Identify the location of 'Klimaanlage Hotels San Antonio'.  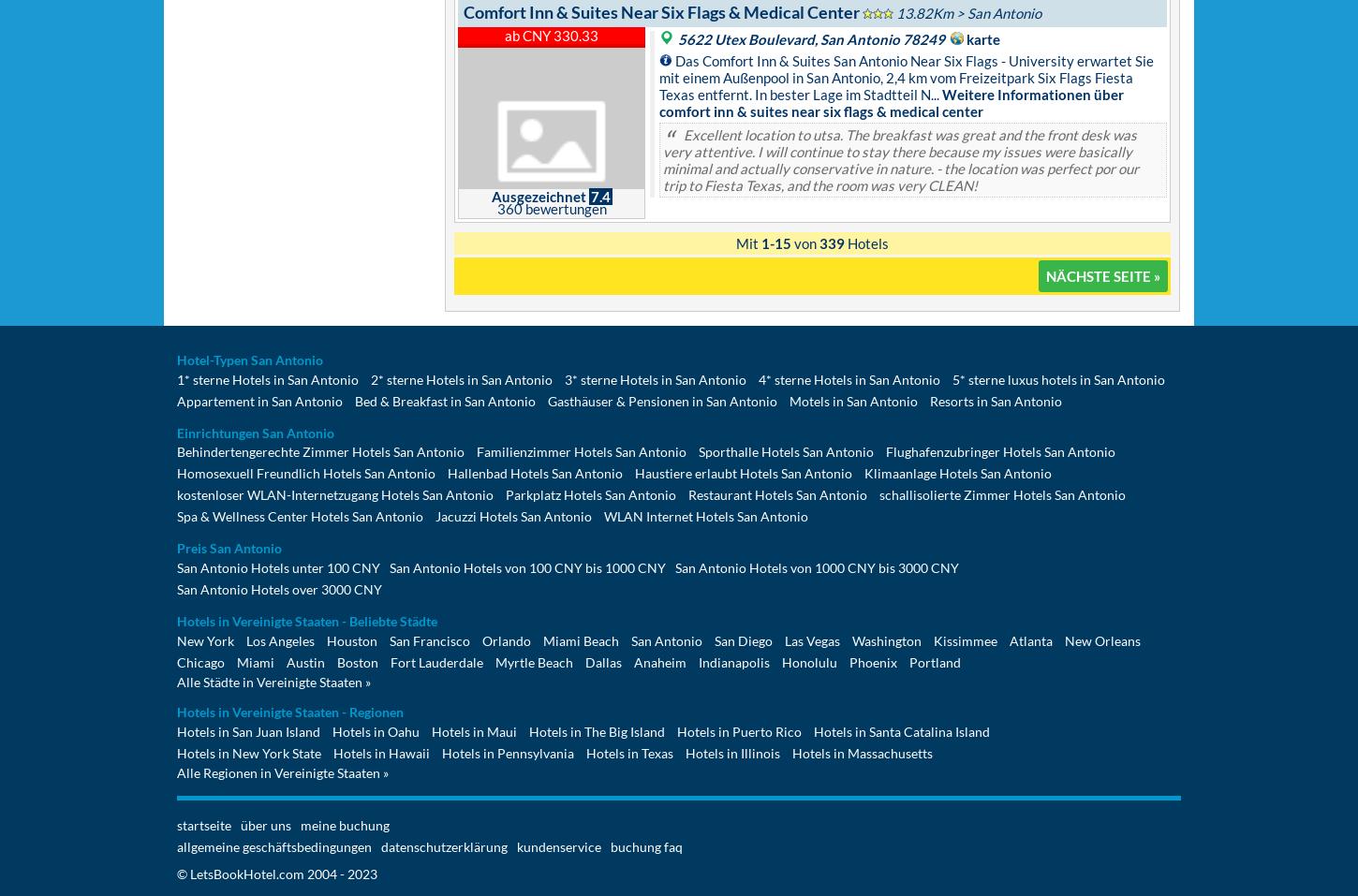
(957, 473).